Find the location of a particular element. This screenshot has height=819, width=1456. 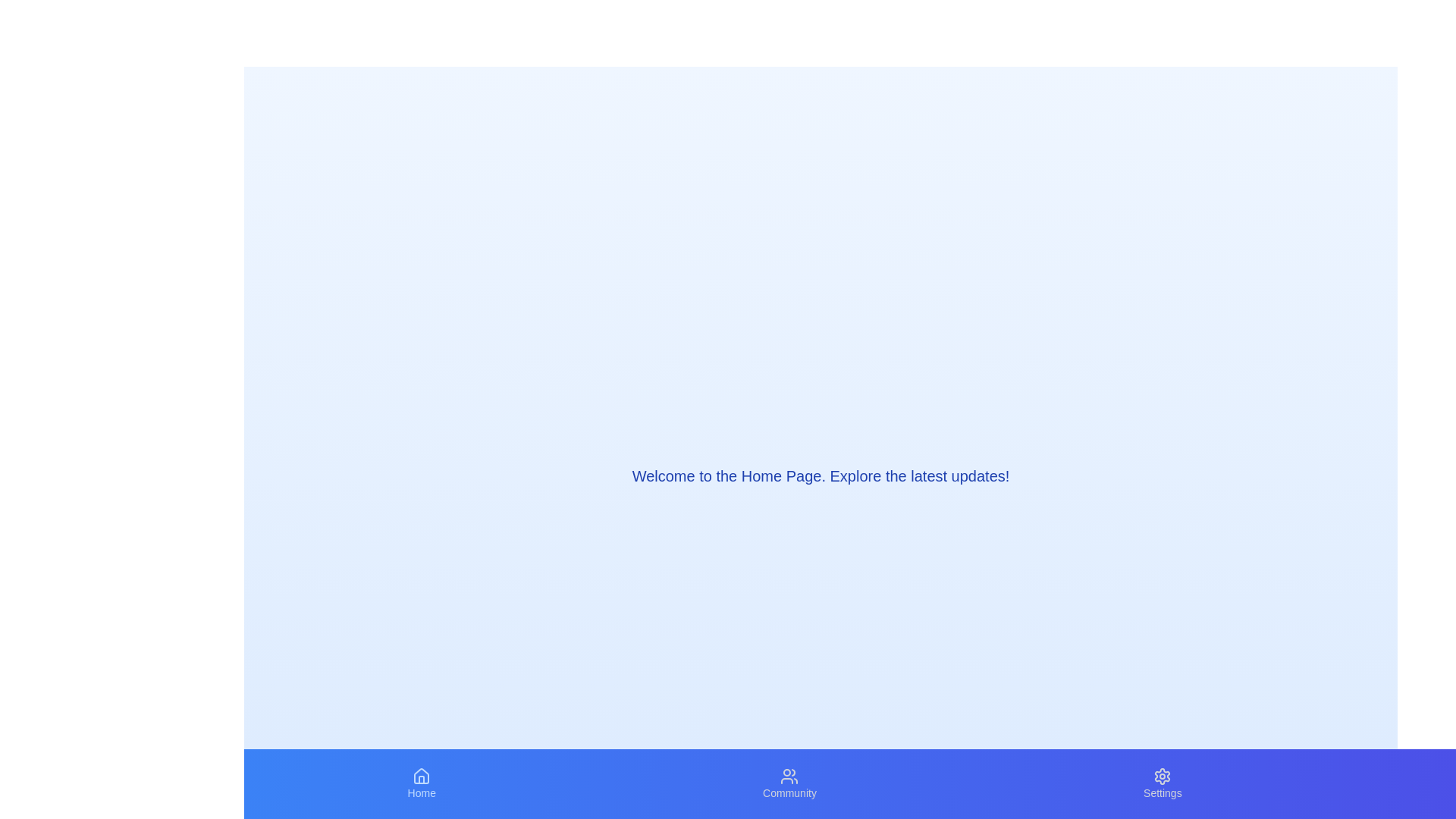

the circular gear icon in the bottom navigation bar is located at coordinates (1162, 776).